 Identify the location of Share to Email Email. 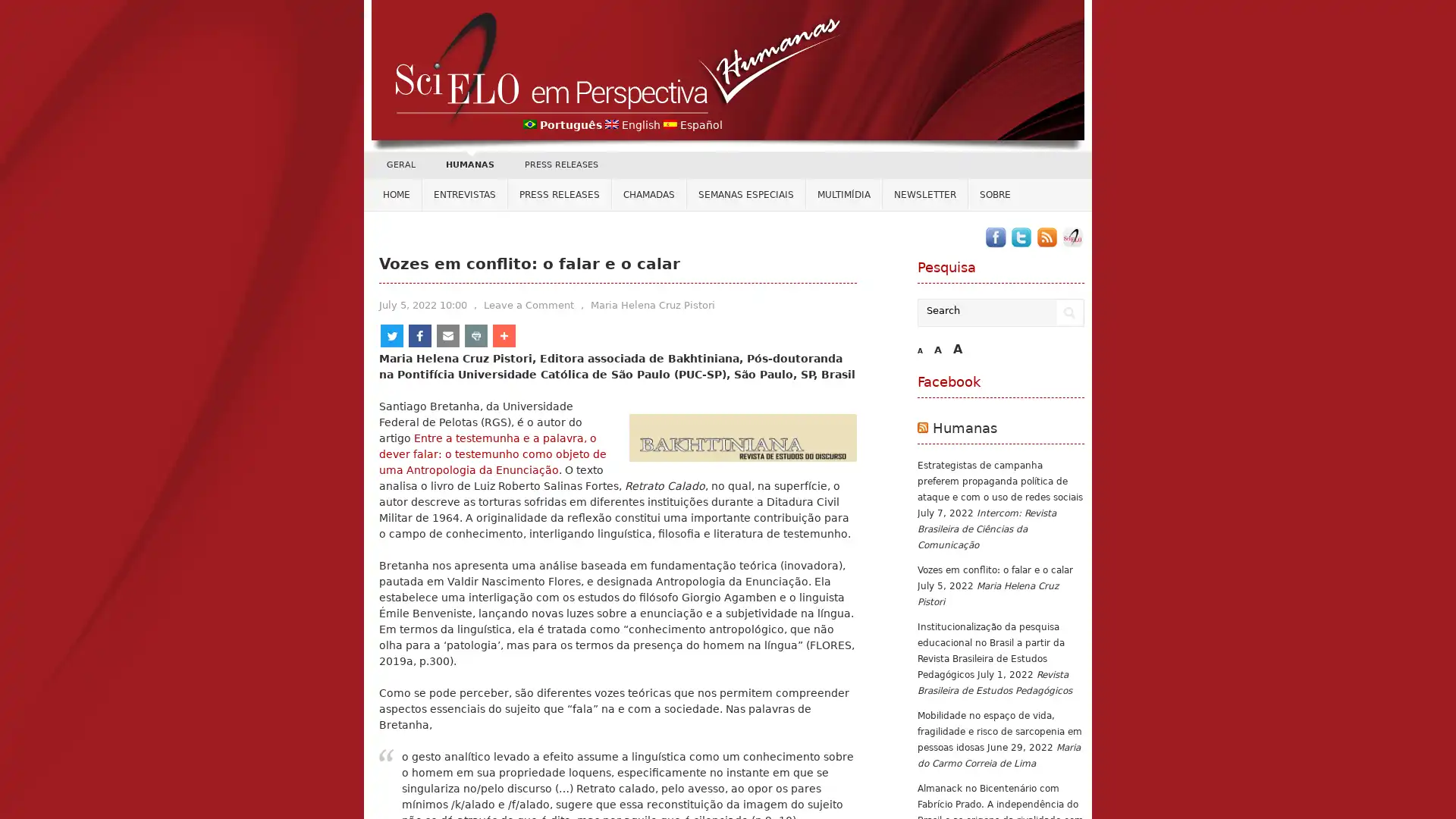
(560, 335).